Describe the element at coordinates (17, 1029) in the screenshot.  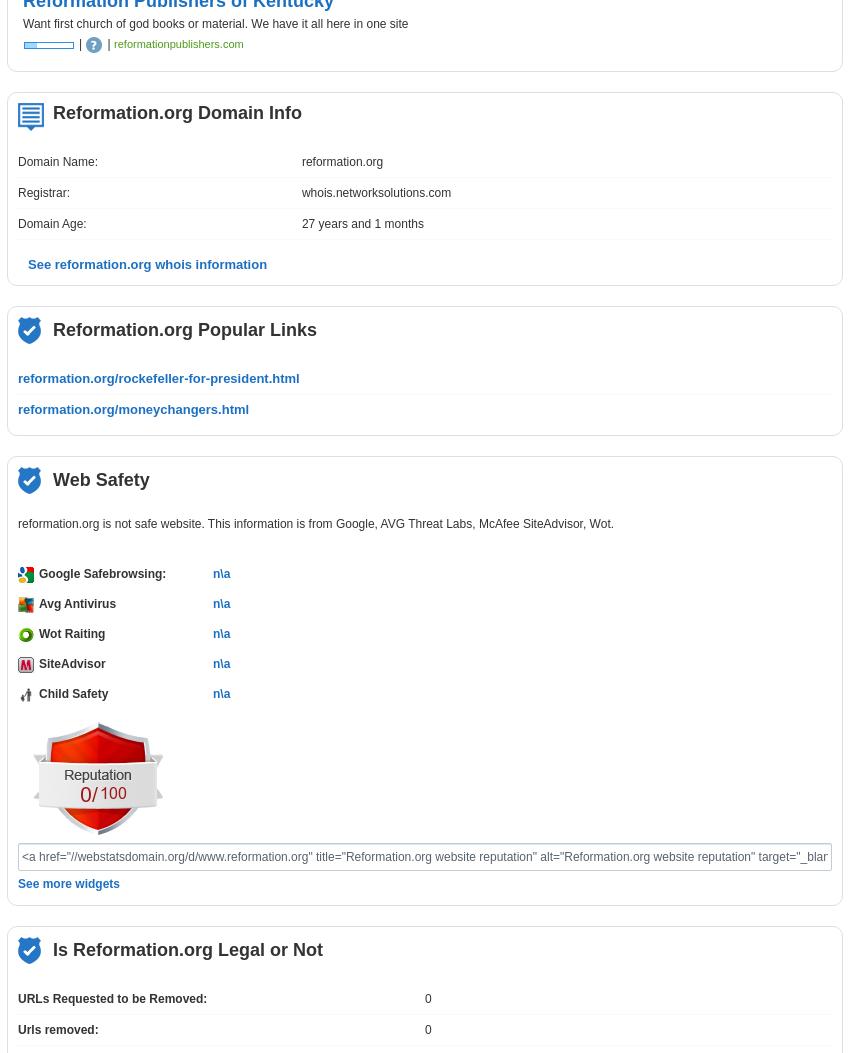
I see `'Urls removed:'` at that location.